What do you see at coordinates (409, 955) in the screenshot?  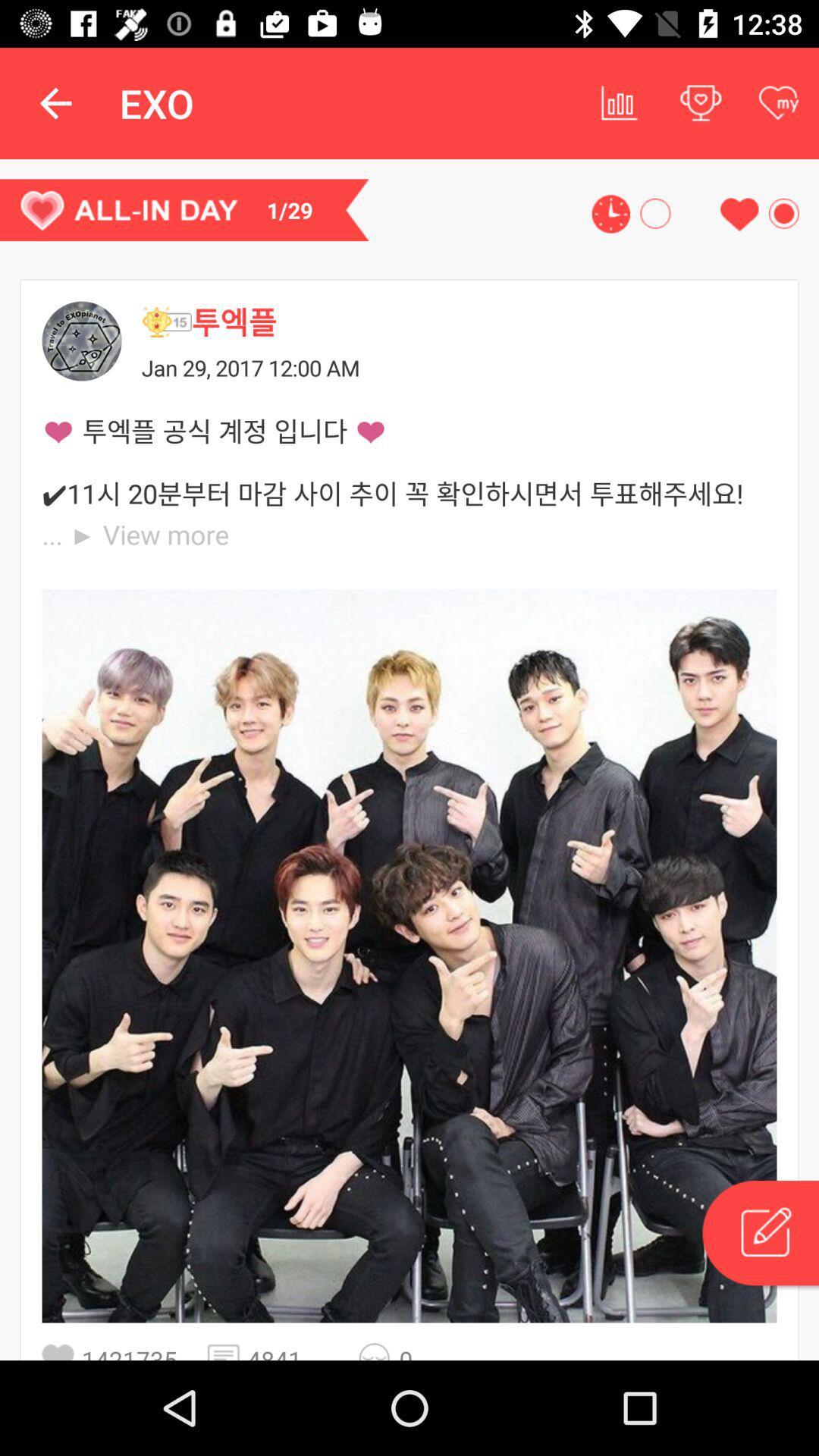 I see `show the image` at bounding box center [409, 955].